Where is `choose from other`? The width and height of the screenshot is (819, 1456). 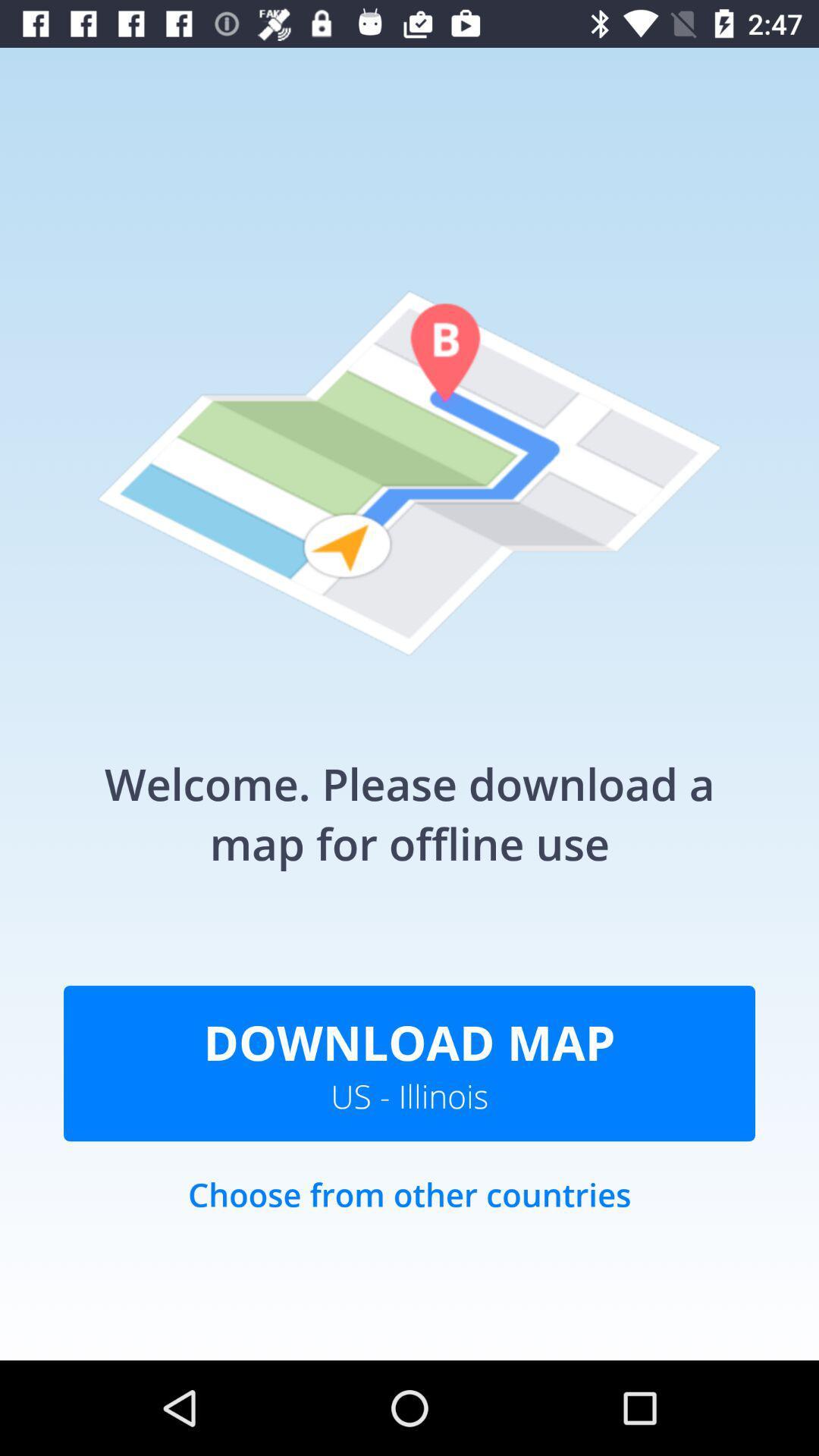
choose from other is located at coordinates (409, 1210).